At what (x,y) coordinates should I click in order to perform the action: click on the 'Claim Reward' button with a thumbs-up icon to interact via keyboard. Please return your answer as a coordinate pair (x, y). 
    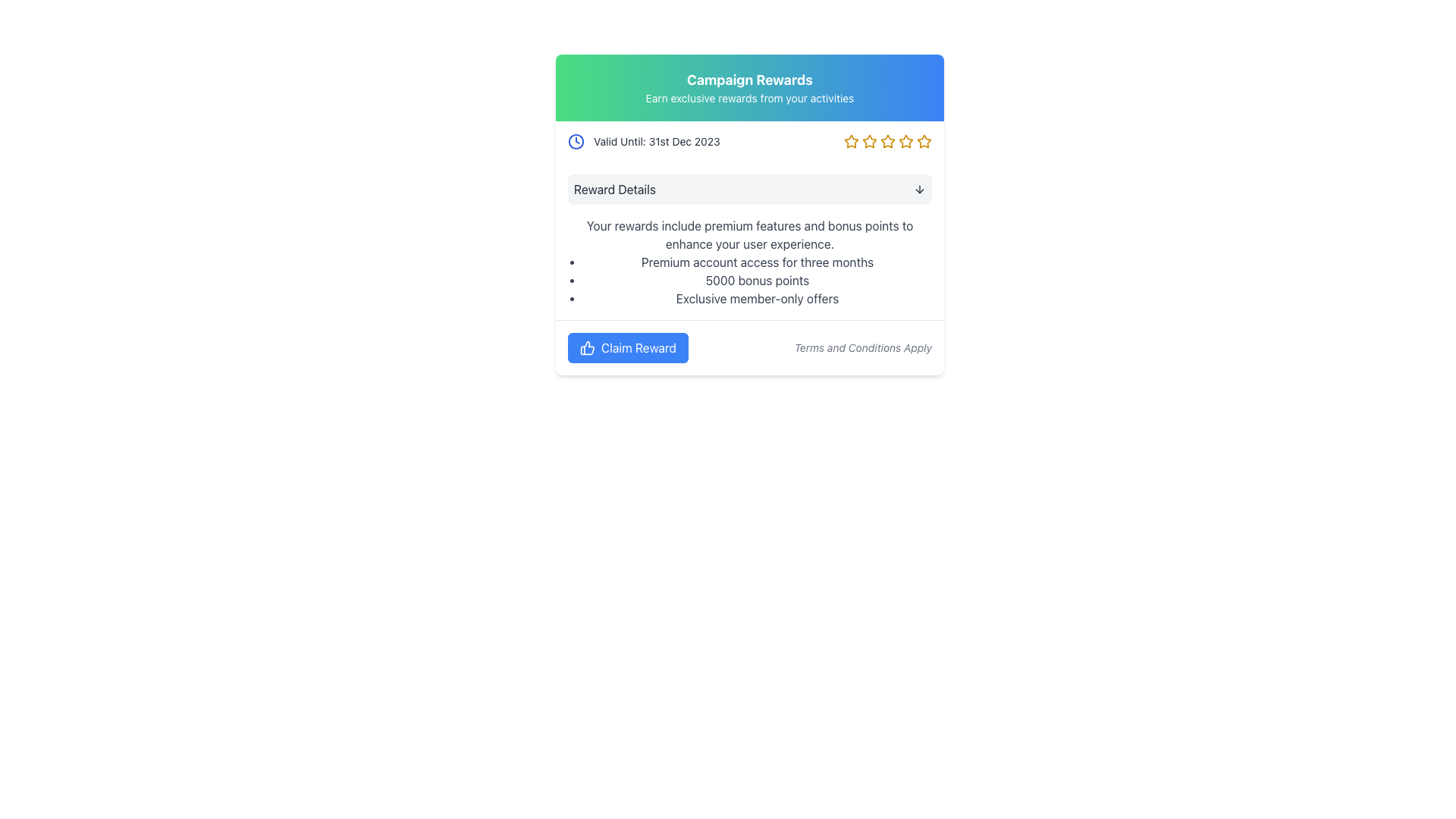
    Looking at the image, I should click on (628, 348).